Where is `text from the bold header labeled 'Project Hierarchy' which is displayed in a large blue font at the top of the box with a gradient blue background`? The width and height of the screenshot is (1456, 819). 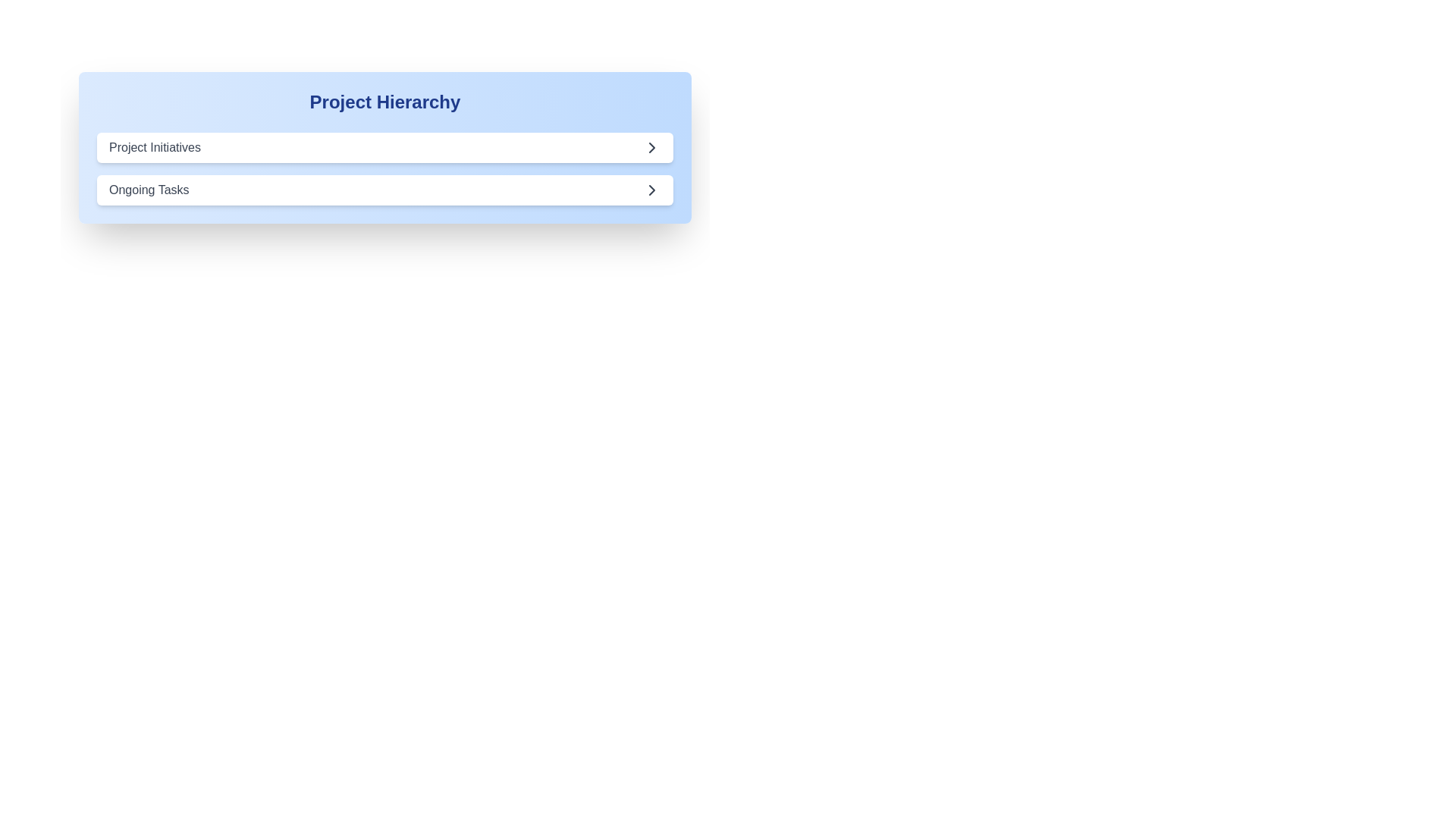 text from the bold header labeled 'Project Hierarchy' which is displayed in a large blue font at the top of the box with a gradient blue background is located at coordinates (385, 102).